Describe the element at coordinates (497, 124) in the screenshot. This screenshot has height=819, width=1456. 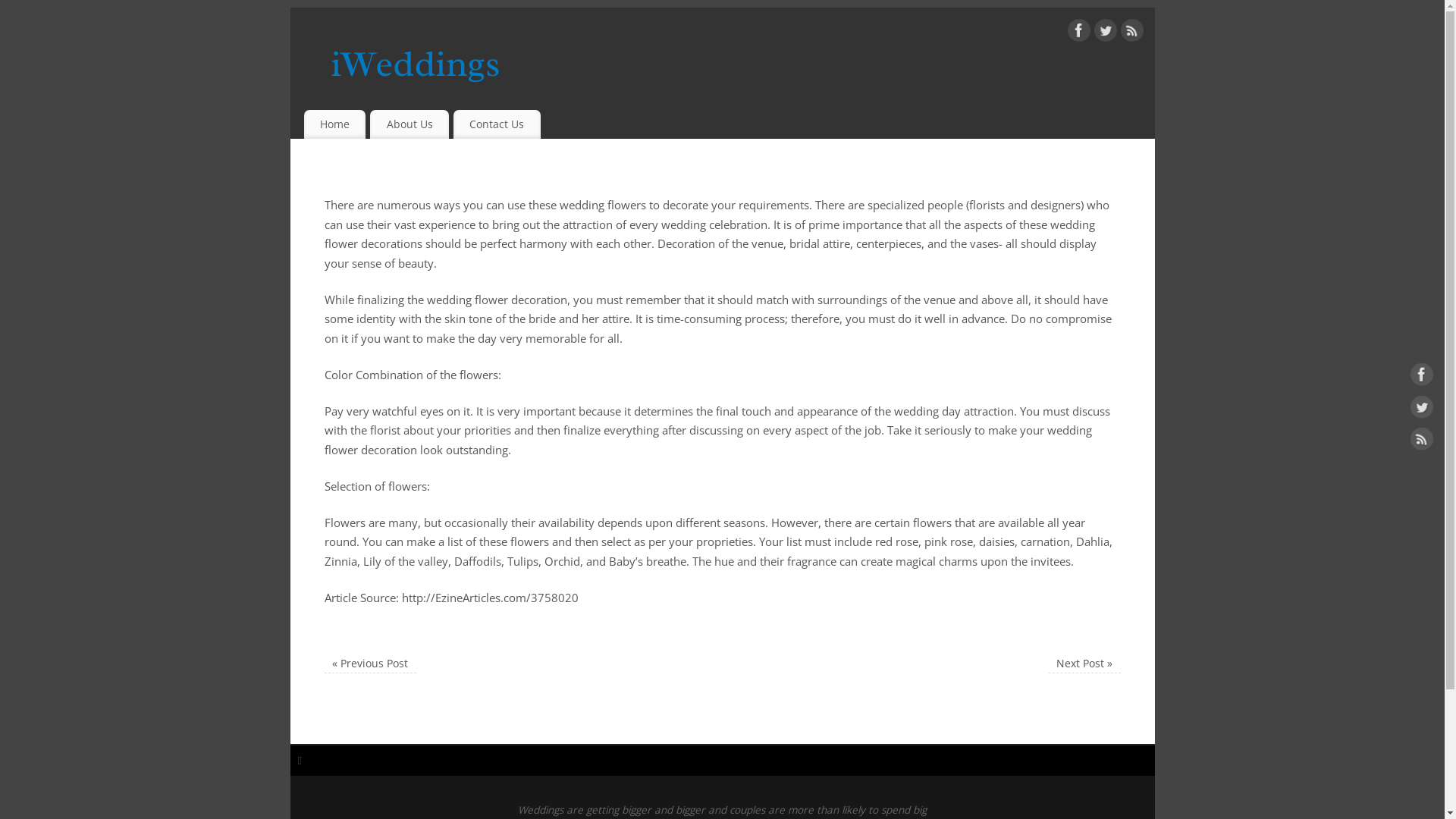
I see `'Contact Us'` at that location.